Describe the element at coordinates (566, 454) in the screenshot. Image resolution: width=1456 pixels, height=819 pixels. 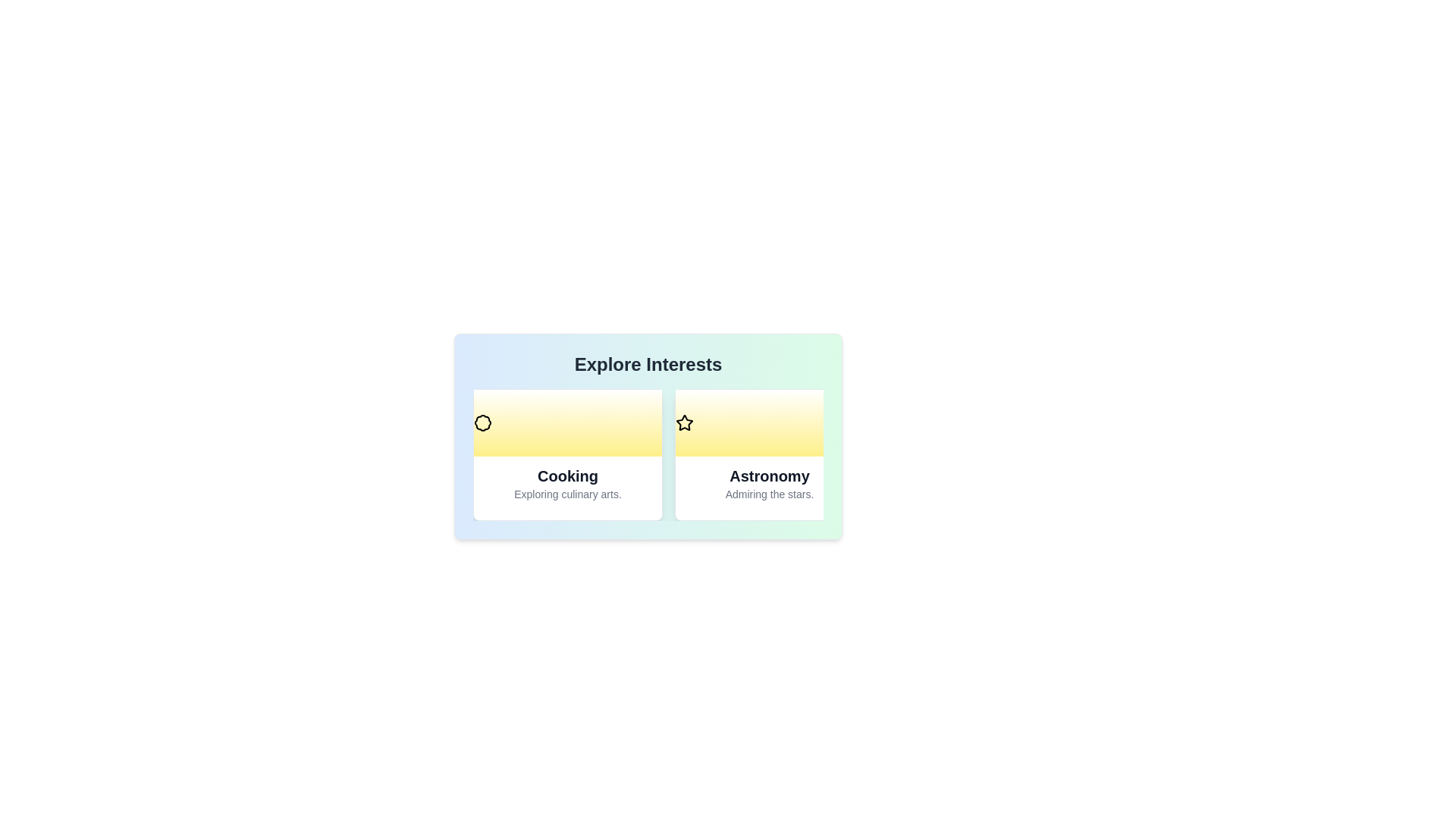
I see `the interest card labeled 'Cooking' to select it` at that location.